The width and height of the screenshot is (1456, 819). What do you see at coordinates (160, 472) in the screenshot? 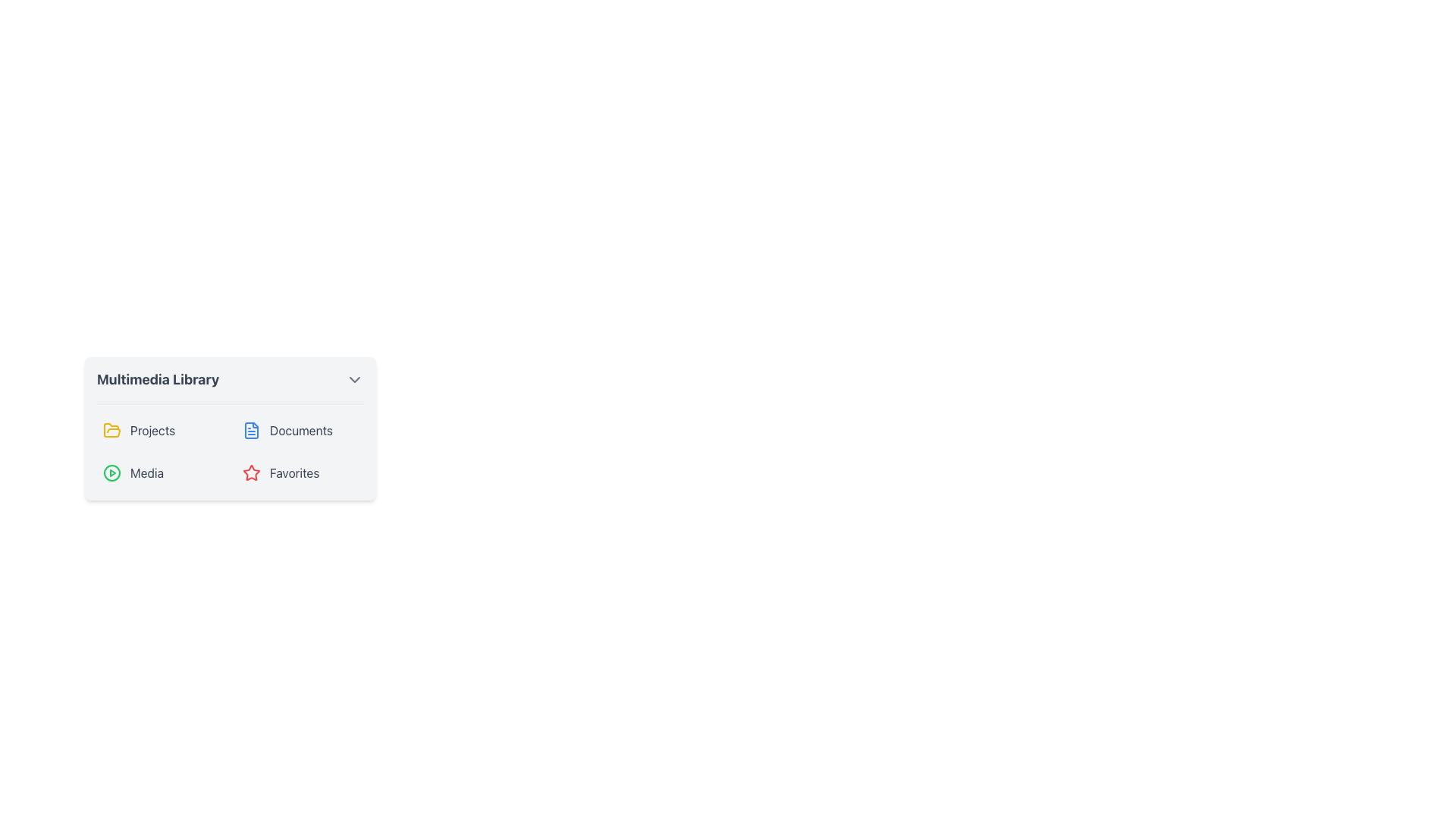
I see `the 'Media' list item, which has a green play button icon` at bounding box center [160, 472].